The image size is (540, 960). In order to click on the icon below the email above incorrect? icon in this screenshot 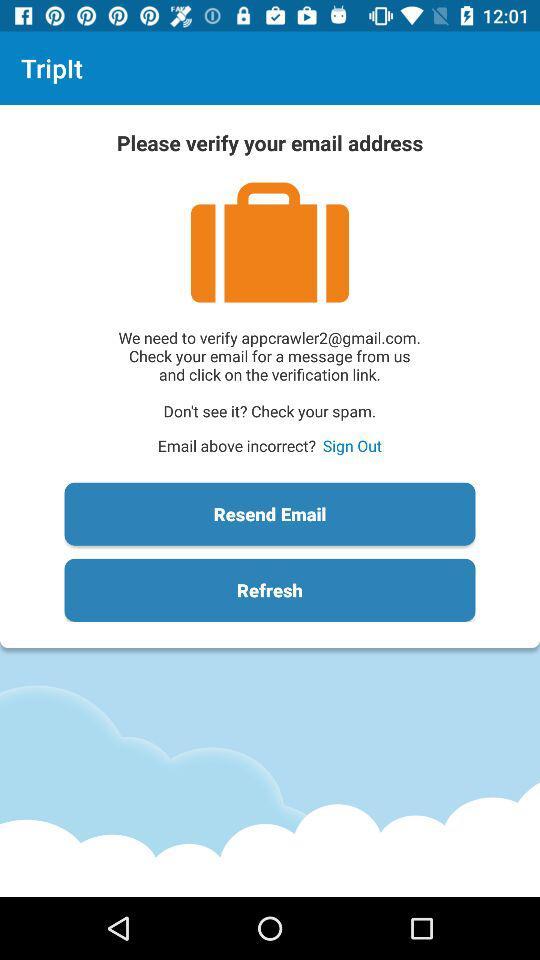, I will do `click(270, 513)`.